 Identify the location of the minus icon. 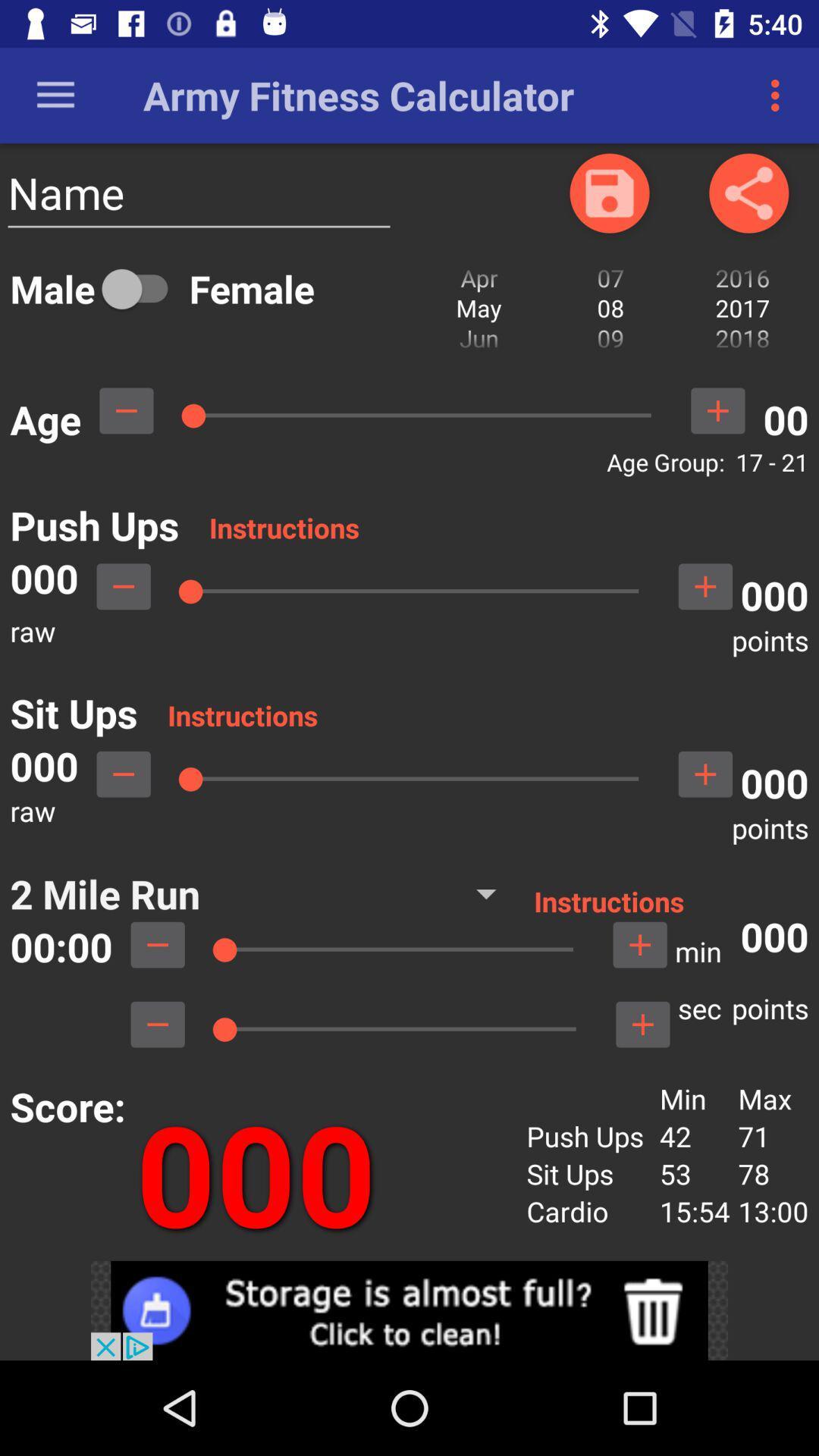
(158, 1025).